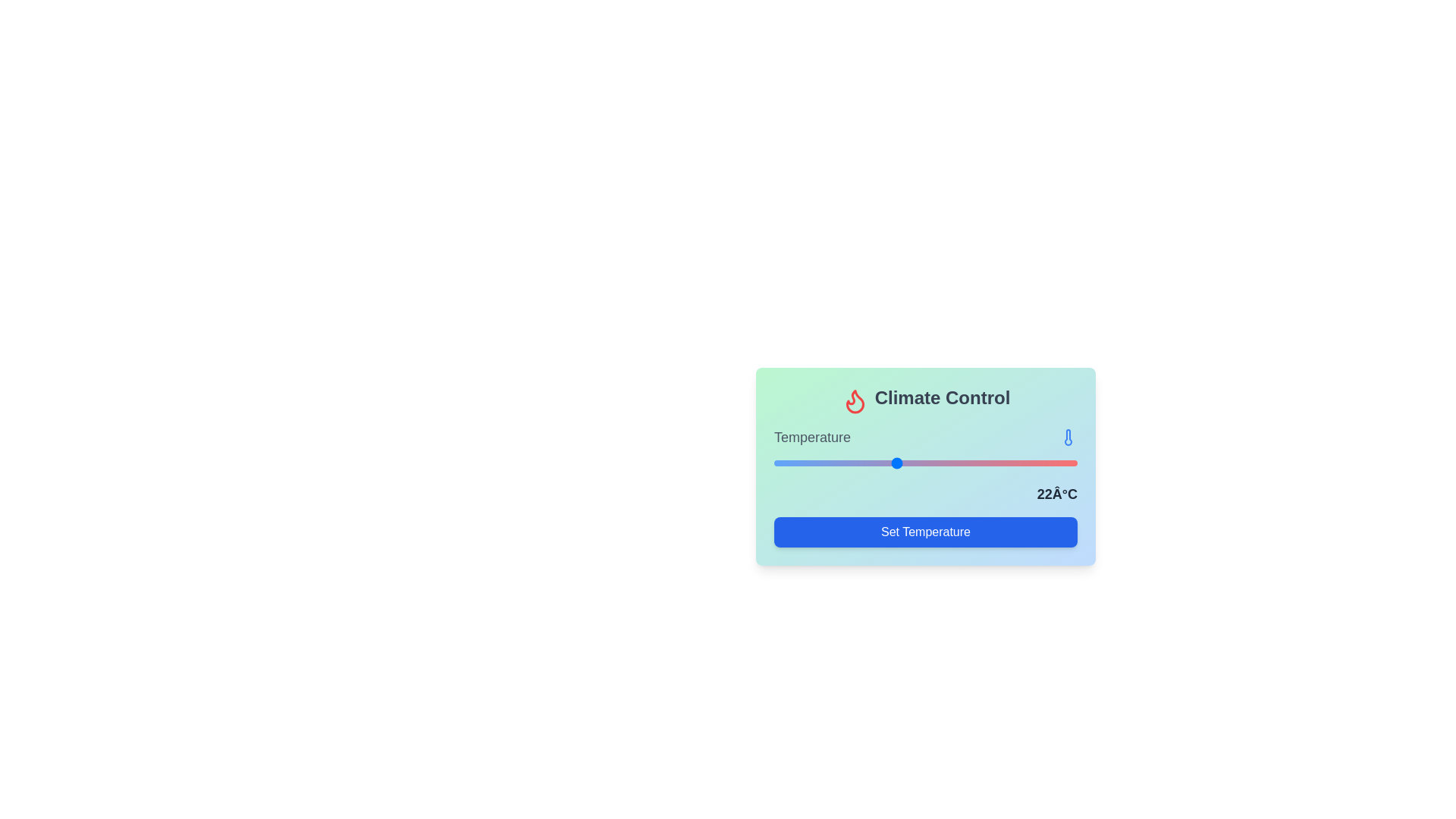 The height and width of the screenshot is (819, 1456). Describe the element at coordinates (824, 461) in the screenshot. I see `the temperature slider to set the temperature to 15 degrees Celsius` at that location.